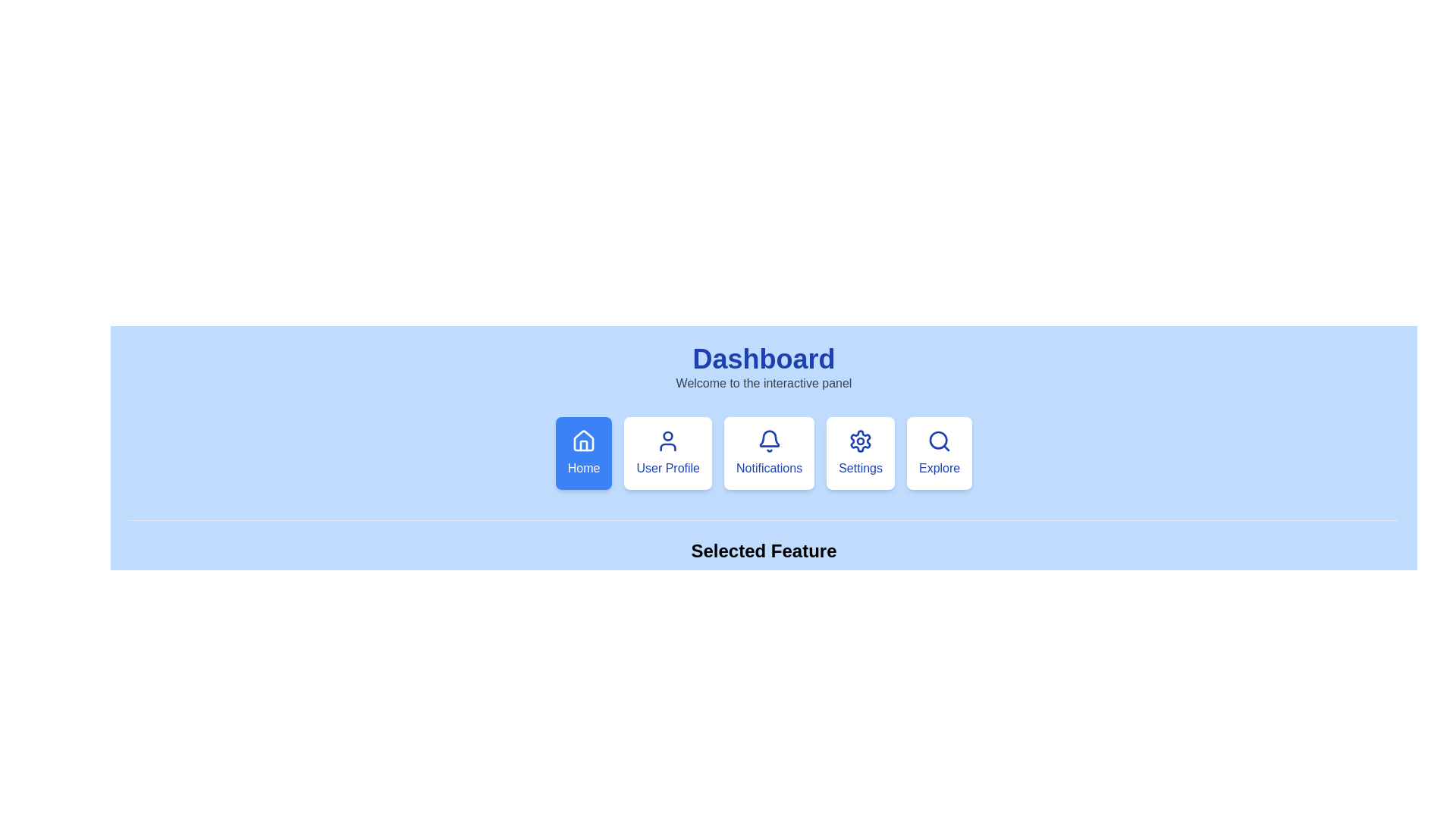 Image resolution: width=1456 pixels, height=819 pixels. I want to click on the Circle (SVG component) which represents the user's profile icon located centrally beneath the 'Dashboard' title, so click(667, 436).